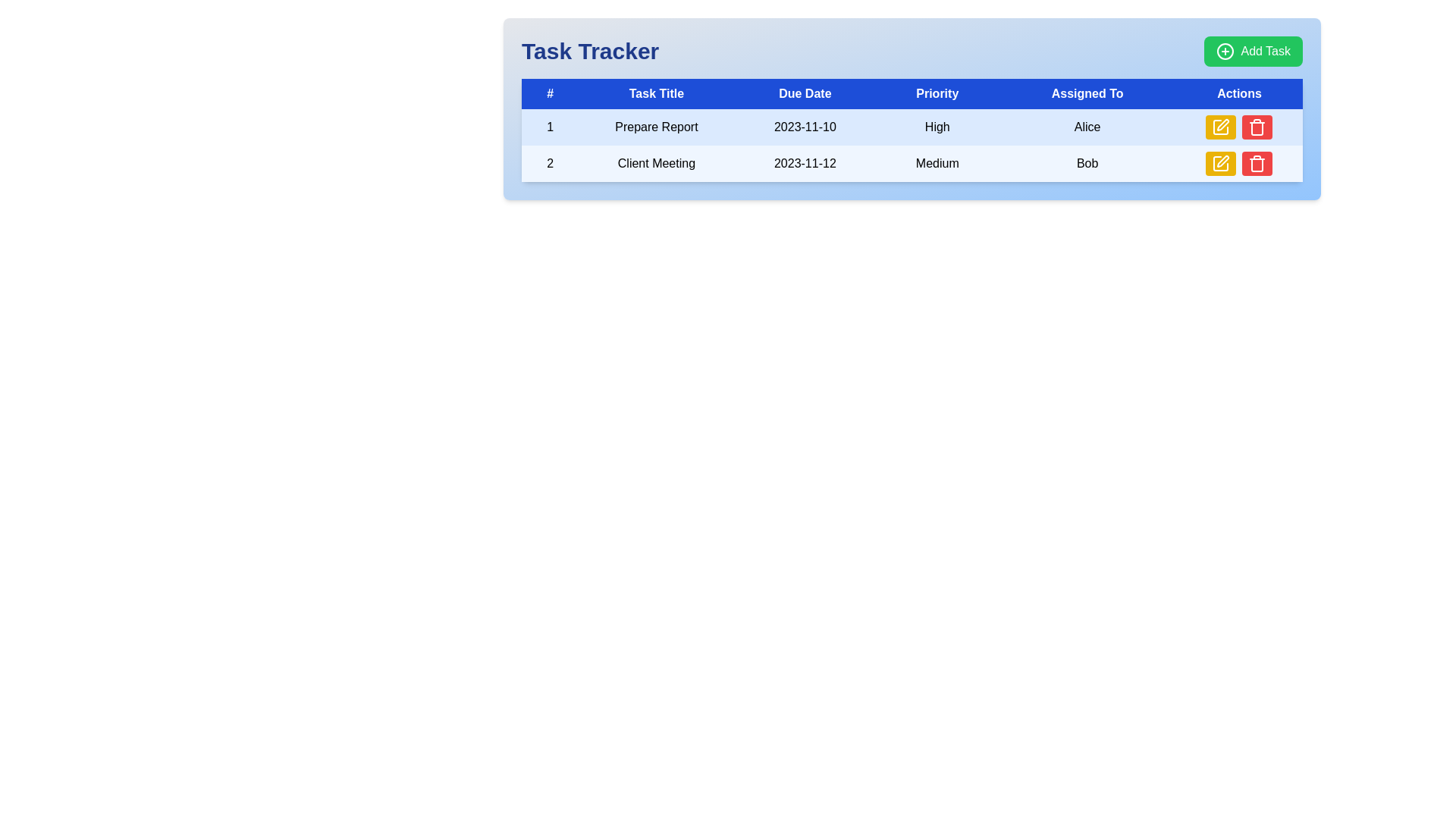 This screenshot has height=819, width=1456. Describe the element at coordinates (1257, 127) in the screenshot. I see `the delete button in the 'Actions' column of the second row` at that location.